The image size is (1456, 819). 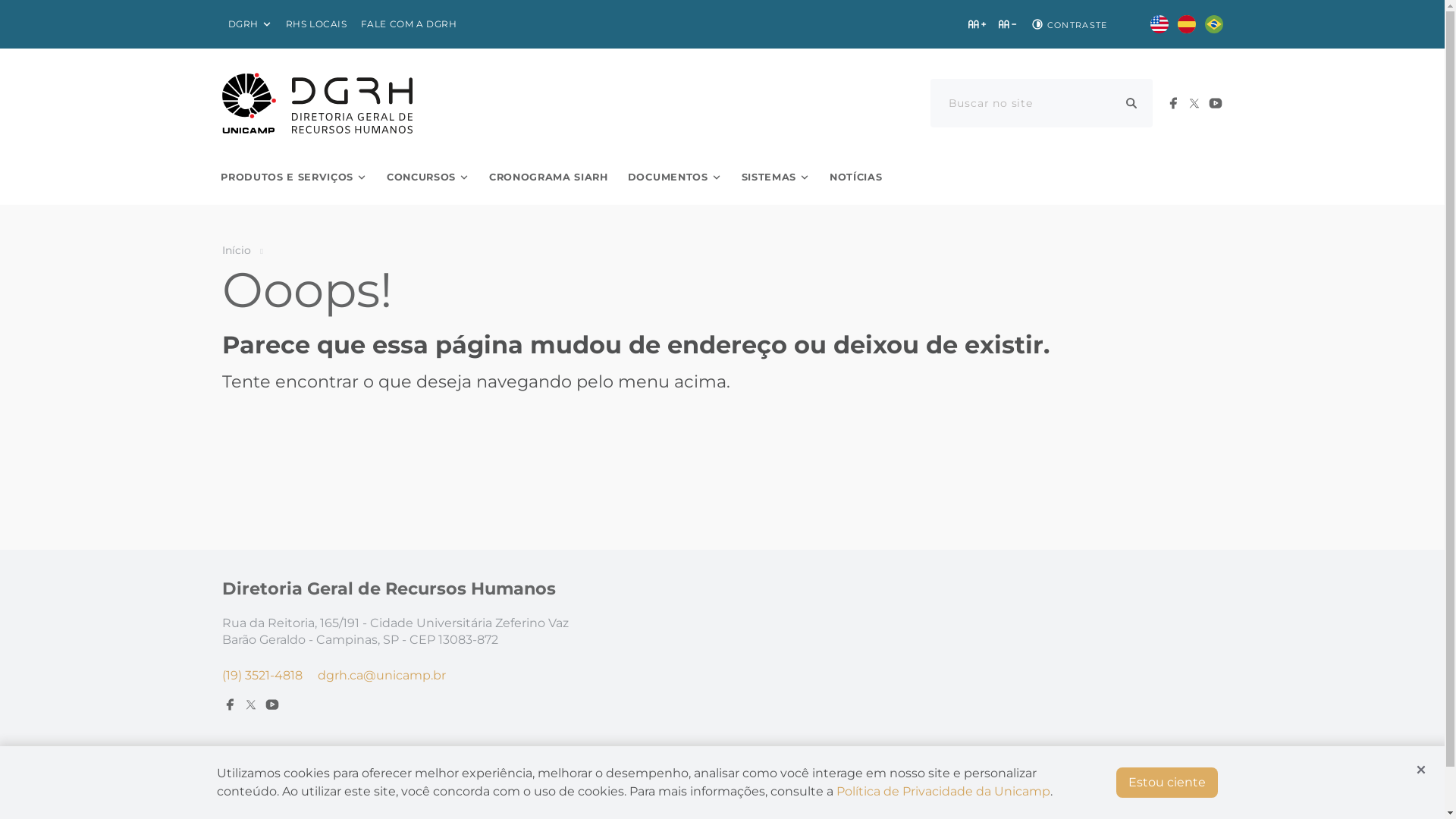 I want to click on 'DGRH', so click(x=249, y=24).